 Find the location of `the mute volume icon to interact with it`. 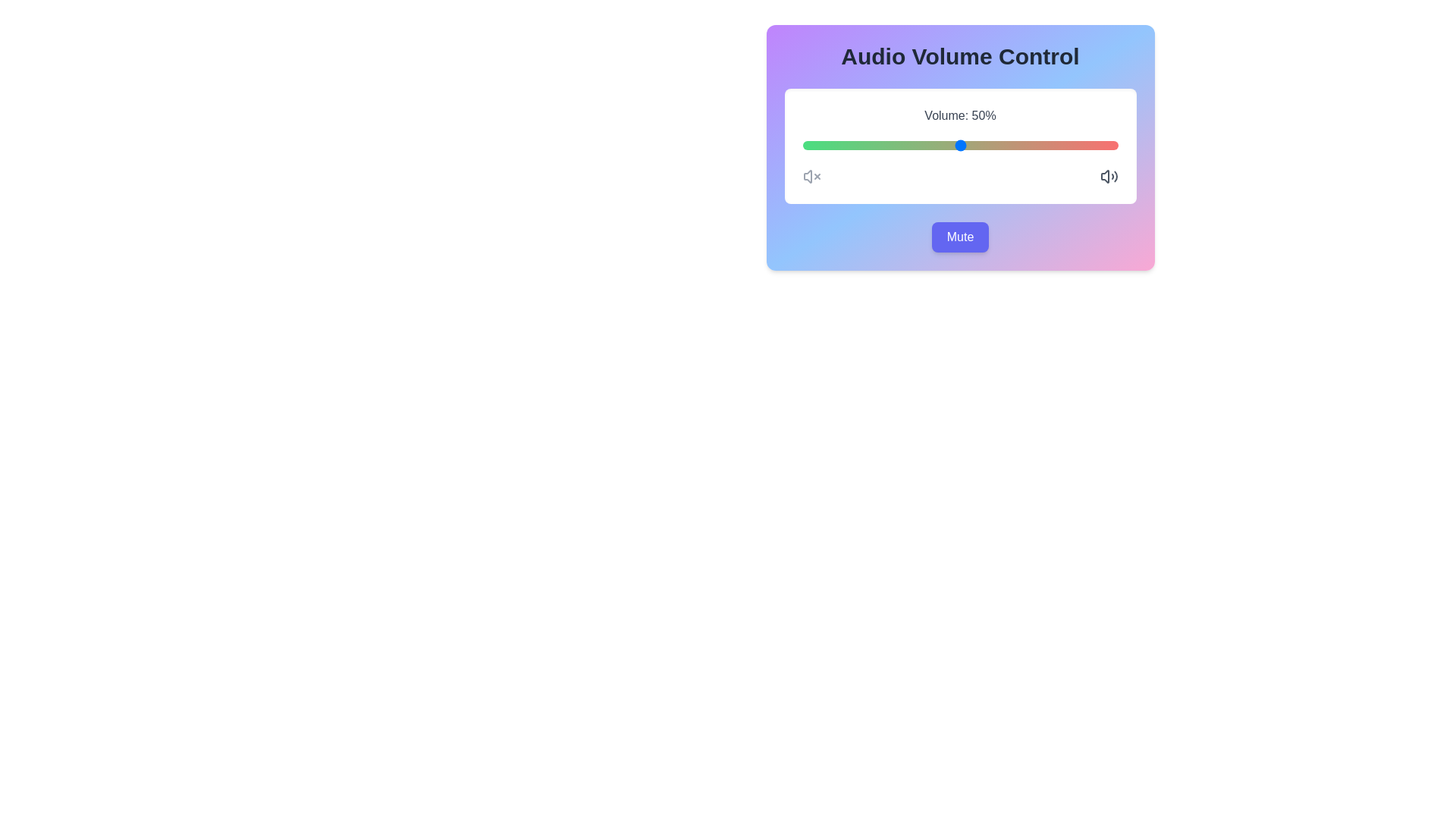

the mute volume icon to interact with it is located at coordinates (811, 175).